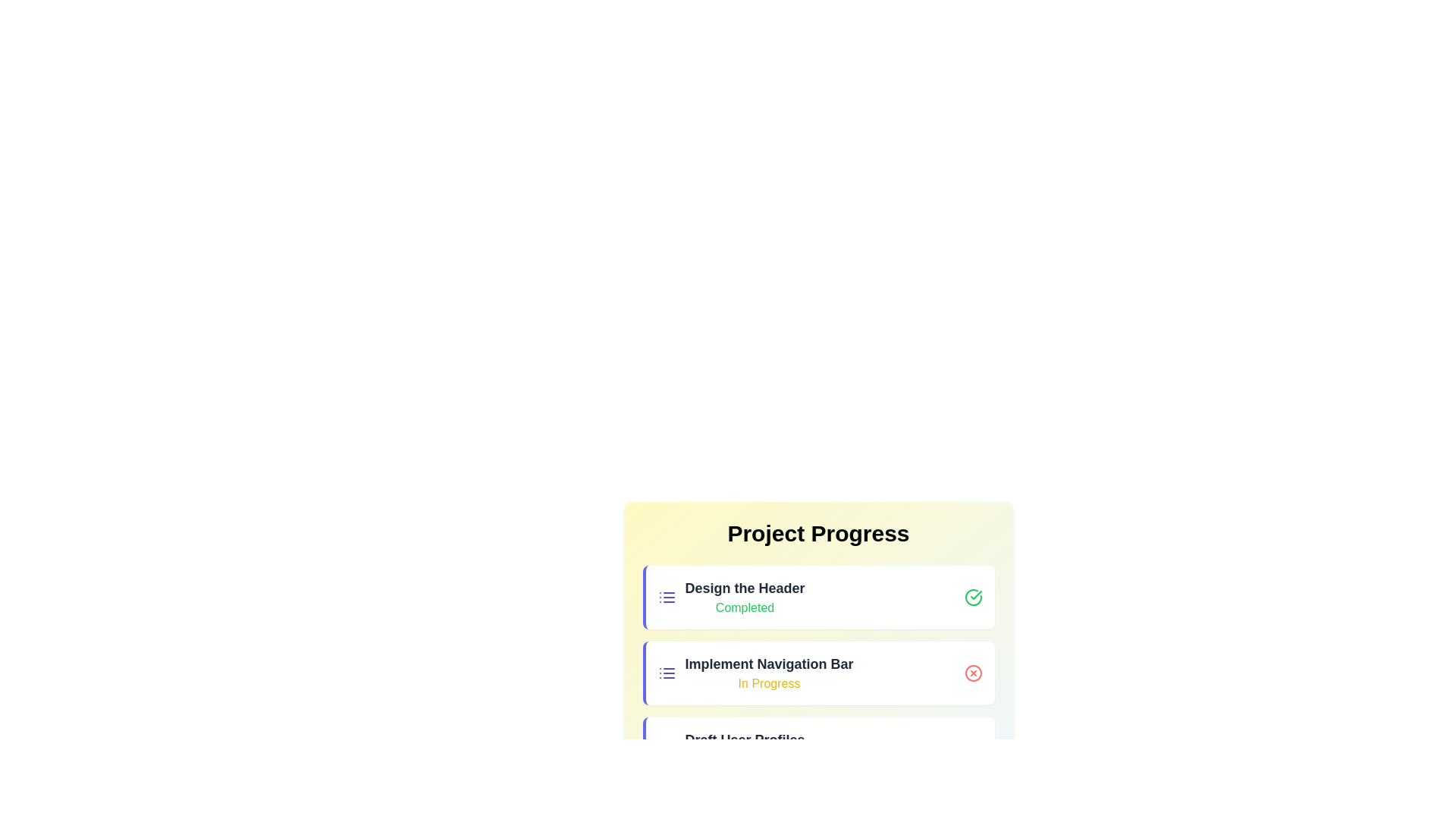 This screenshot has height=819, width=1456. Describe the element at coordinates (768, 663) in the screenshot. I see `the task title Implement Navigation Bar to expand or edit the task details` at that location.